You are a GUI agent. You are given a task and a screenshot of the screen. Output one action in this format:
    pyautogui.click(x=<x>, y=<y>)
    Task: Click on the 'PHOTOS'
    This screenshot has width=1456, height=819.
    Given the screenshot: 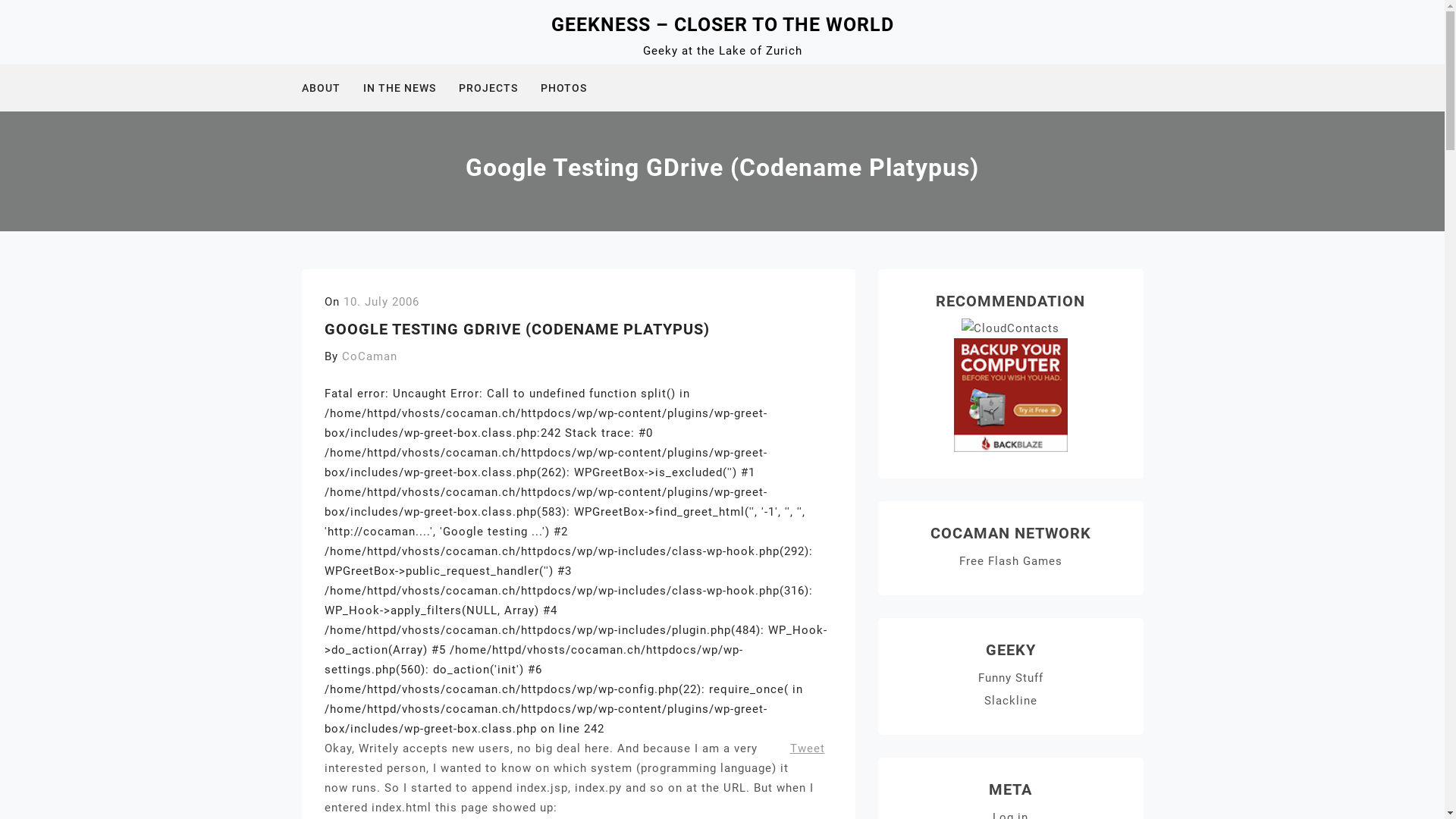 What is the action you would take?
    pyautogui.click(x=571, y=87)
    